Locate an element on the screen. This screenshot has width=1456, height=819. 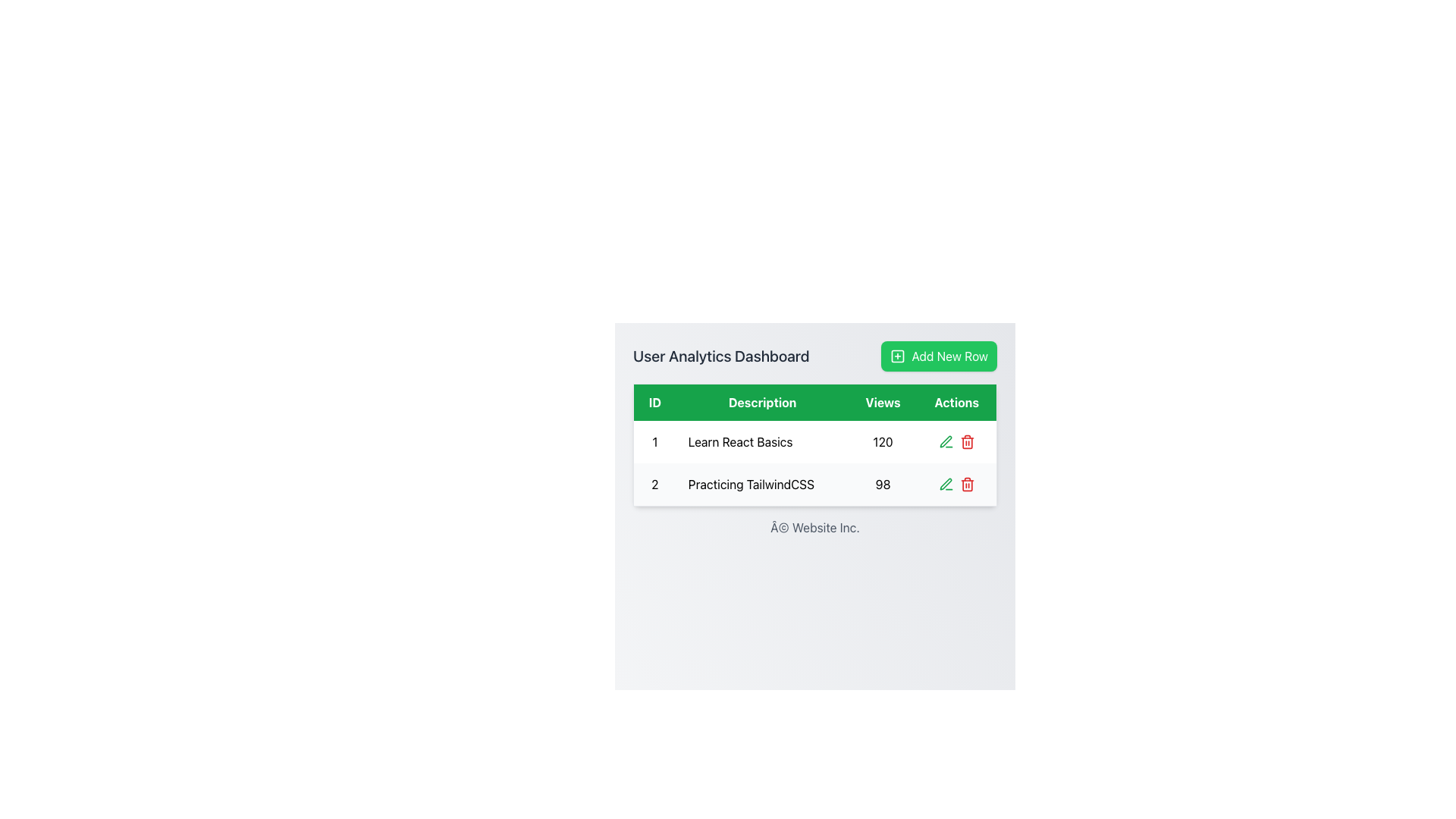
the text display showing the number '120' under the 'Views' column in the first data row of the table is located at coordinates (883, 441).